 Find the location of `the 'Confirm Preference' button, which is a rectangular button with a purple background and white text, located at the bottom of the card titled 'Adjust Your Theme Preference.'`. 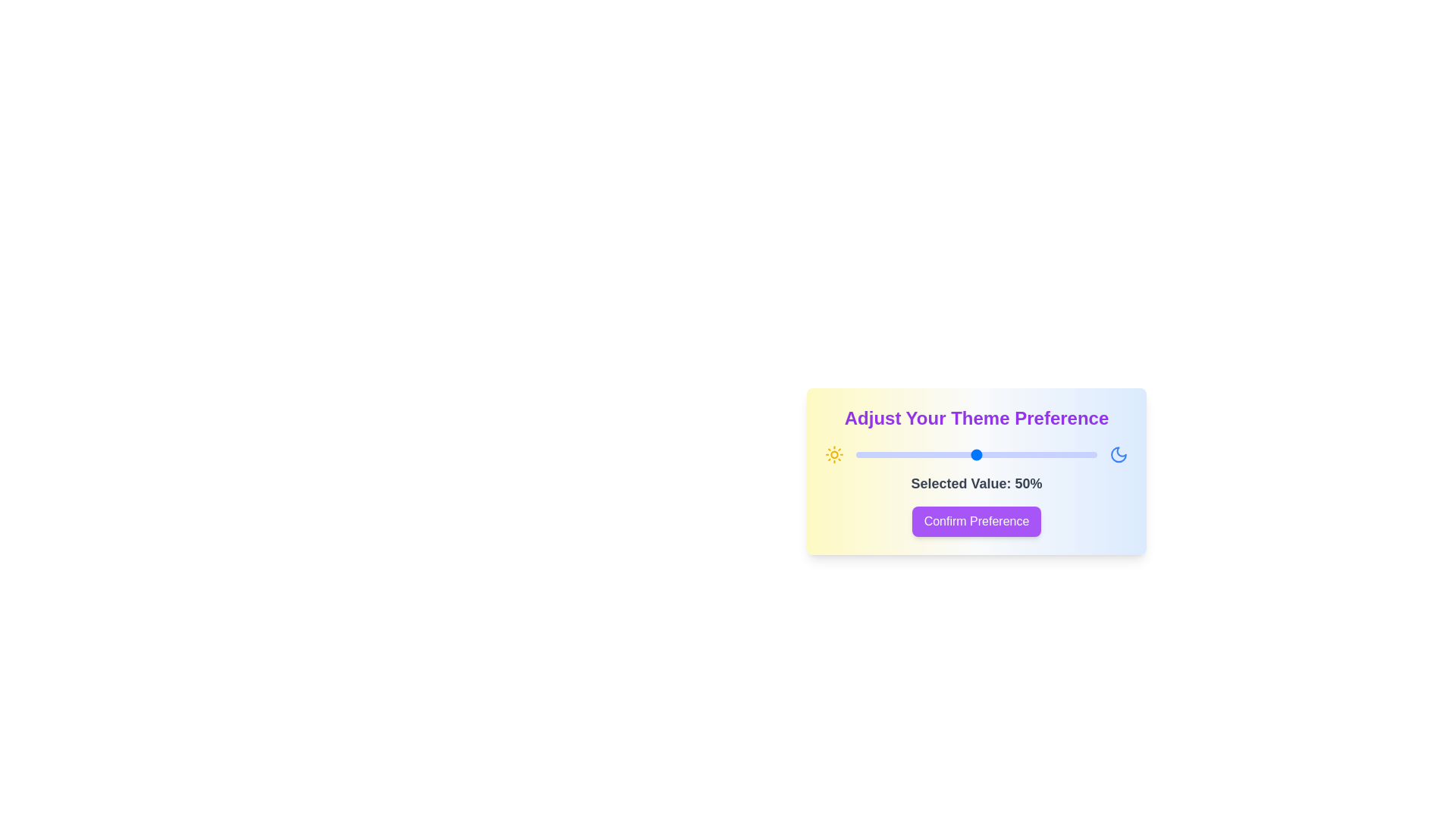

the 'Confirm Preference' button, which is a rectangular button with a purple background and white text, located at the bottom of the card titled 'Adjust Your Theme Preference.' is located at coordinates (976, 520).